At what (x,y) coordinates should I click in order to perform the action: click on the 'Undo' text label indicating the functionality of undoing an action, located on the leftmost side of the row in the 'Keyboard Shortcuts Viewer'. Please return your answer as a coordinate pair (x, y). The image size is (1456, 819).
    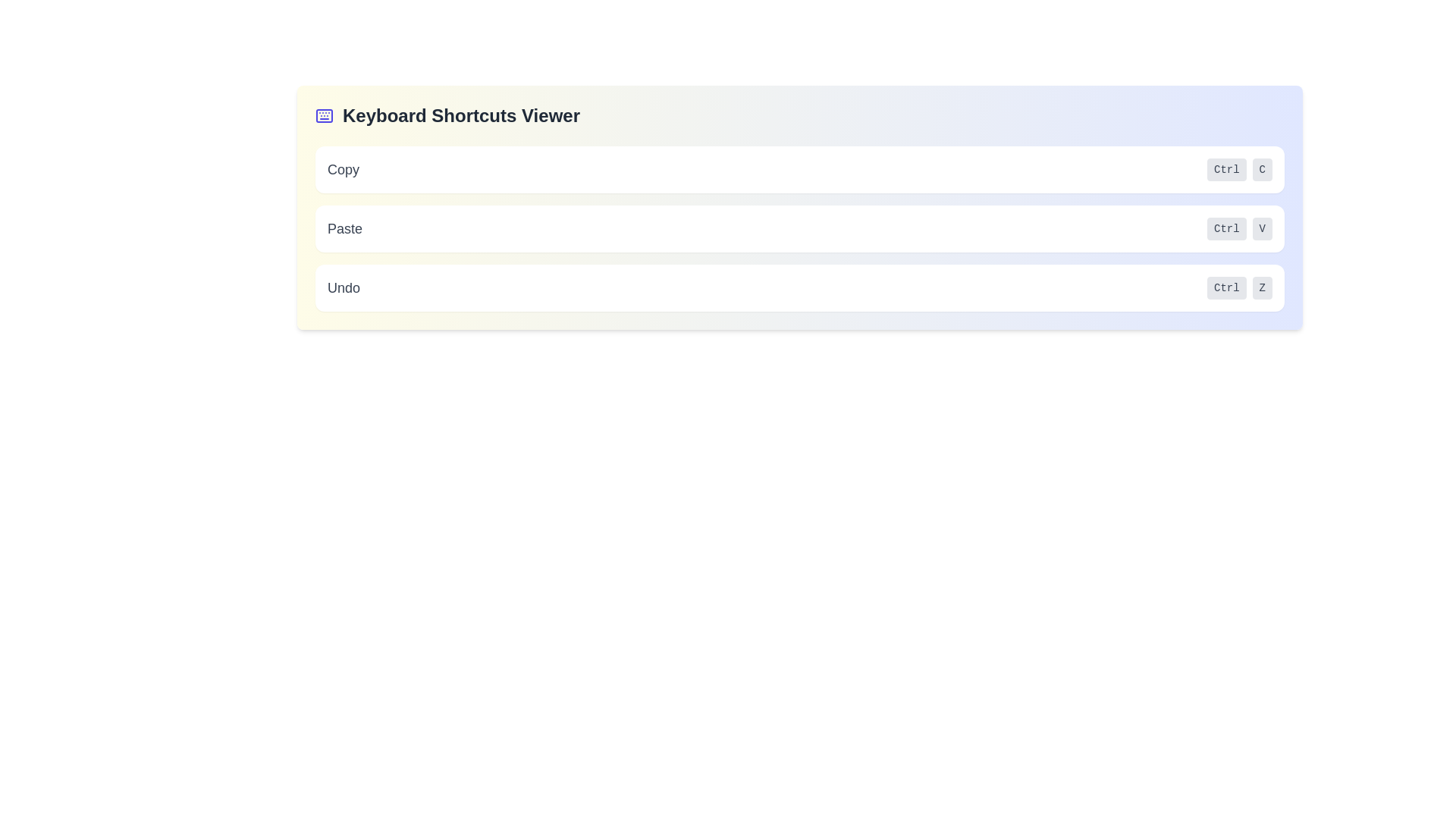
    Looking at the image, I should click on (343, 288).